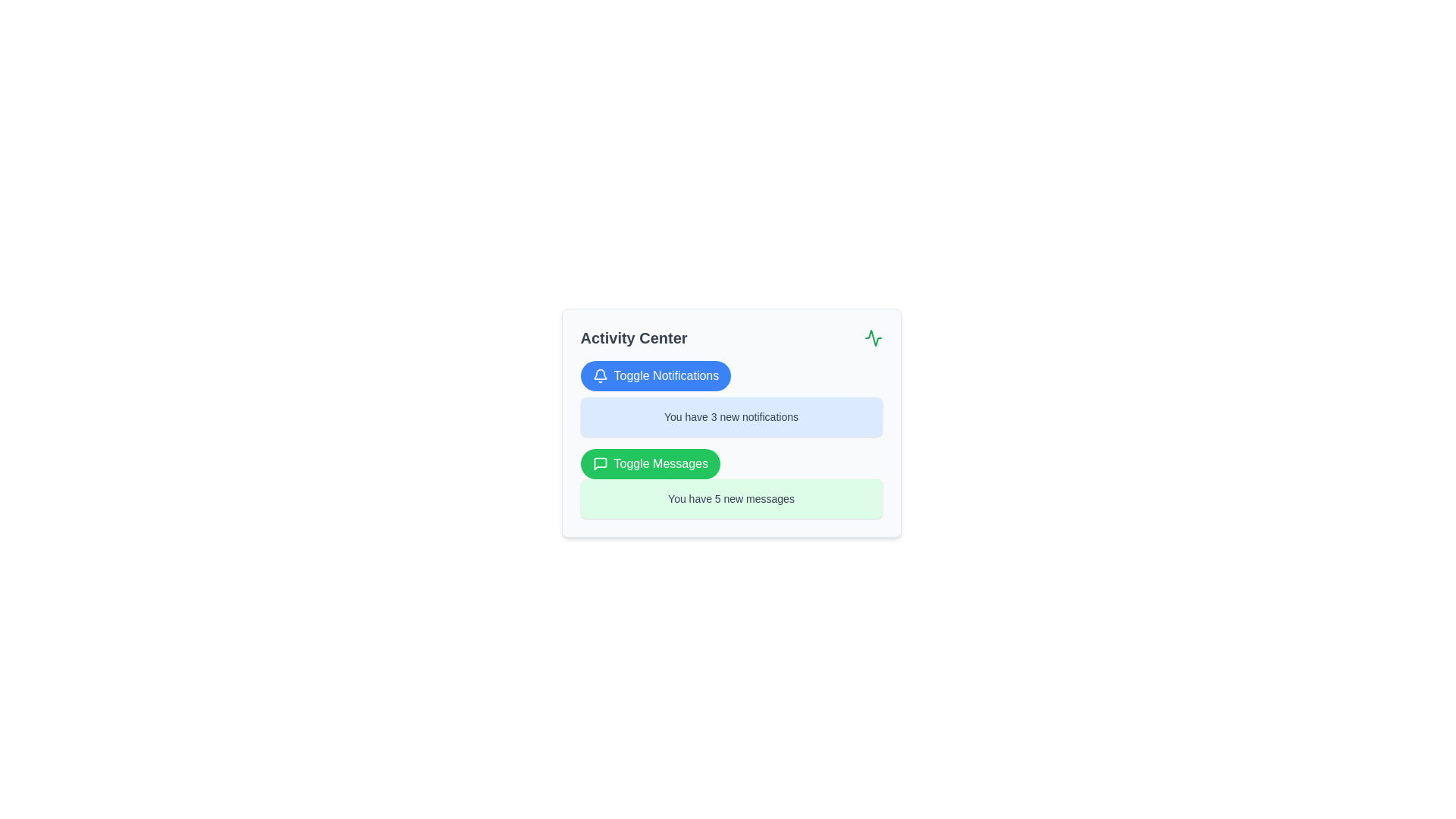 This screenshot has height=819, width=1456. Describe the element at coordinates (873, 337) in the screenshot. I see `the icon representing activity within the 'Activity Center' by moving the cursor to its center point` at that location.